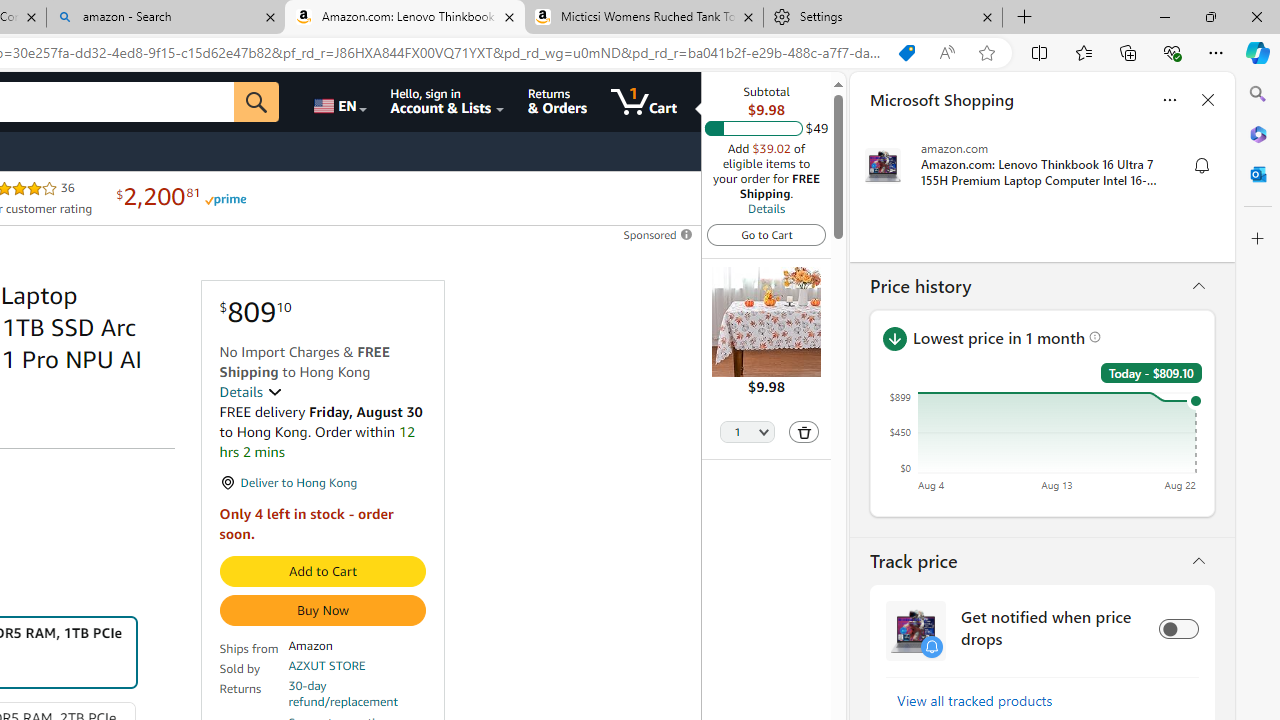  What do you see at coordinates (557, 101) in the screenshot?
I see `'Returns & Orders'` at bounding box center [557, 101].